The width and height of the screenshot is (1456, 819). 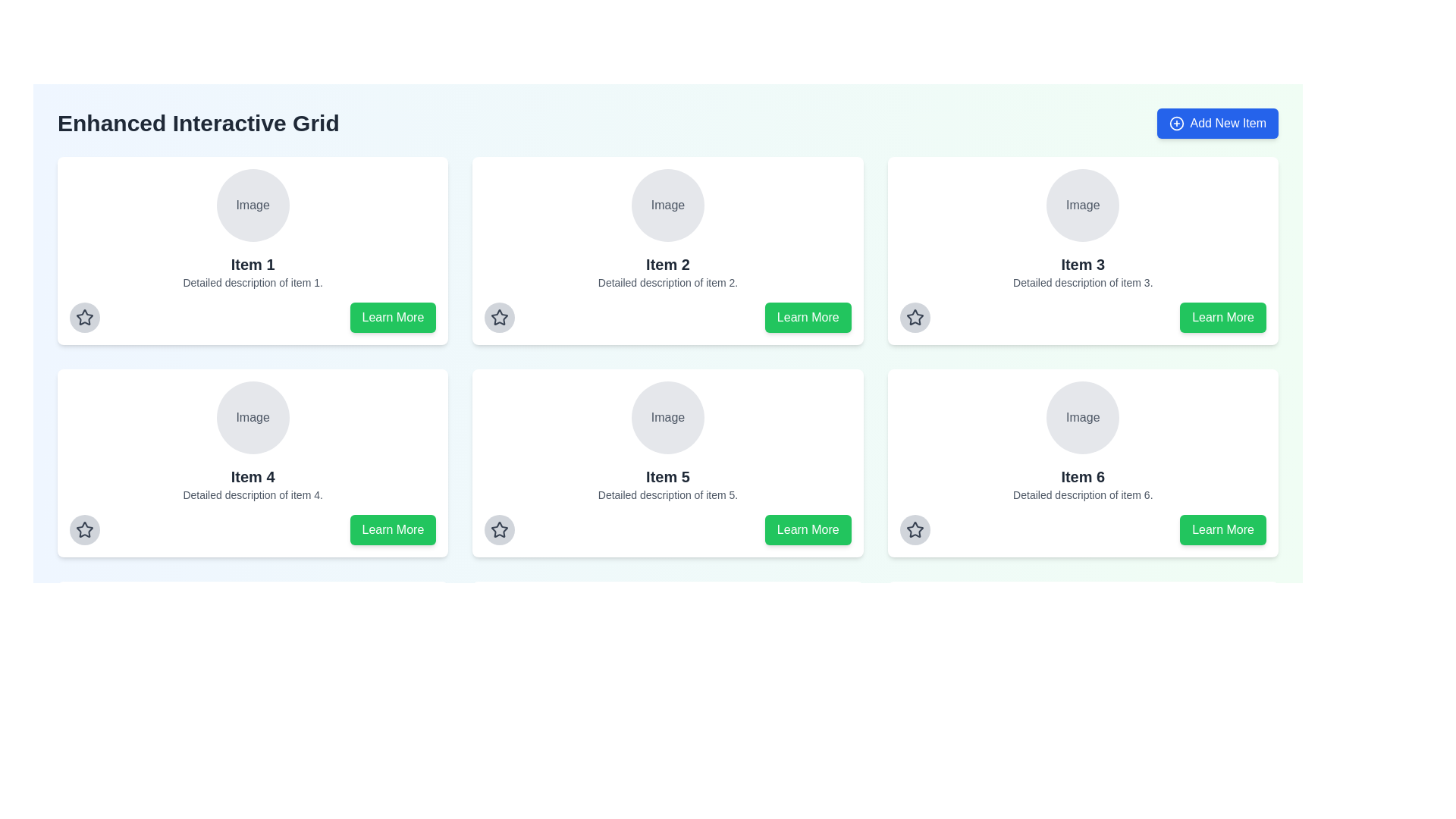 I want to click on the supplementary description text element located at the bottom of the 'Item 6' card, underneath the title text 'Item 6', so click(x=1082, y=494).